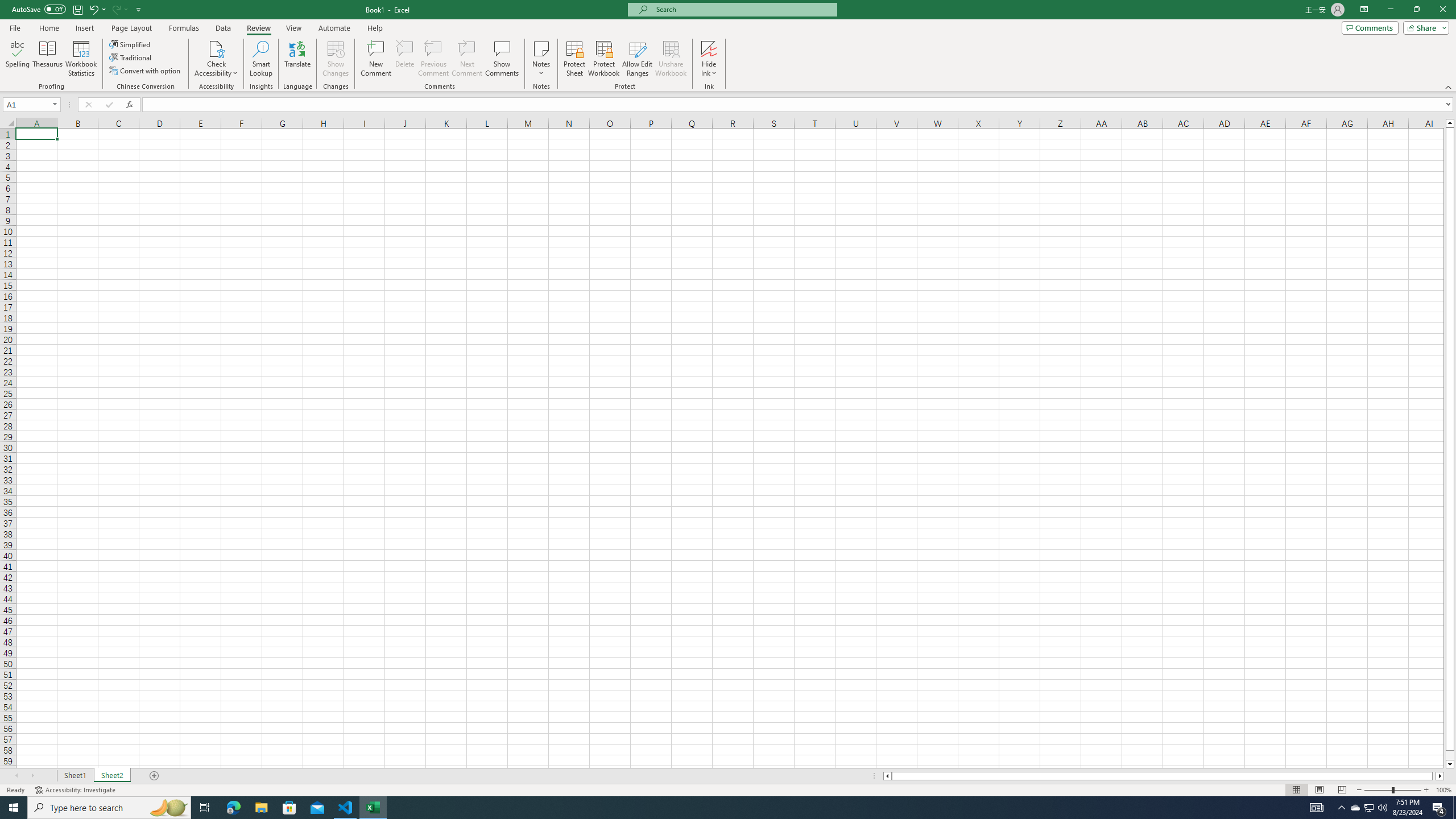 This screenshot has height=819, width=1456. Describe the element at coordinates (47, 59) in the screenshot. I see `'Thesaurus...'` at that location.